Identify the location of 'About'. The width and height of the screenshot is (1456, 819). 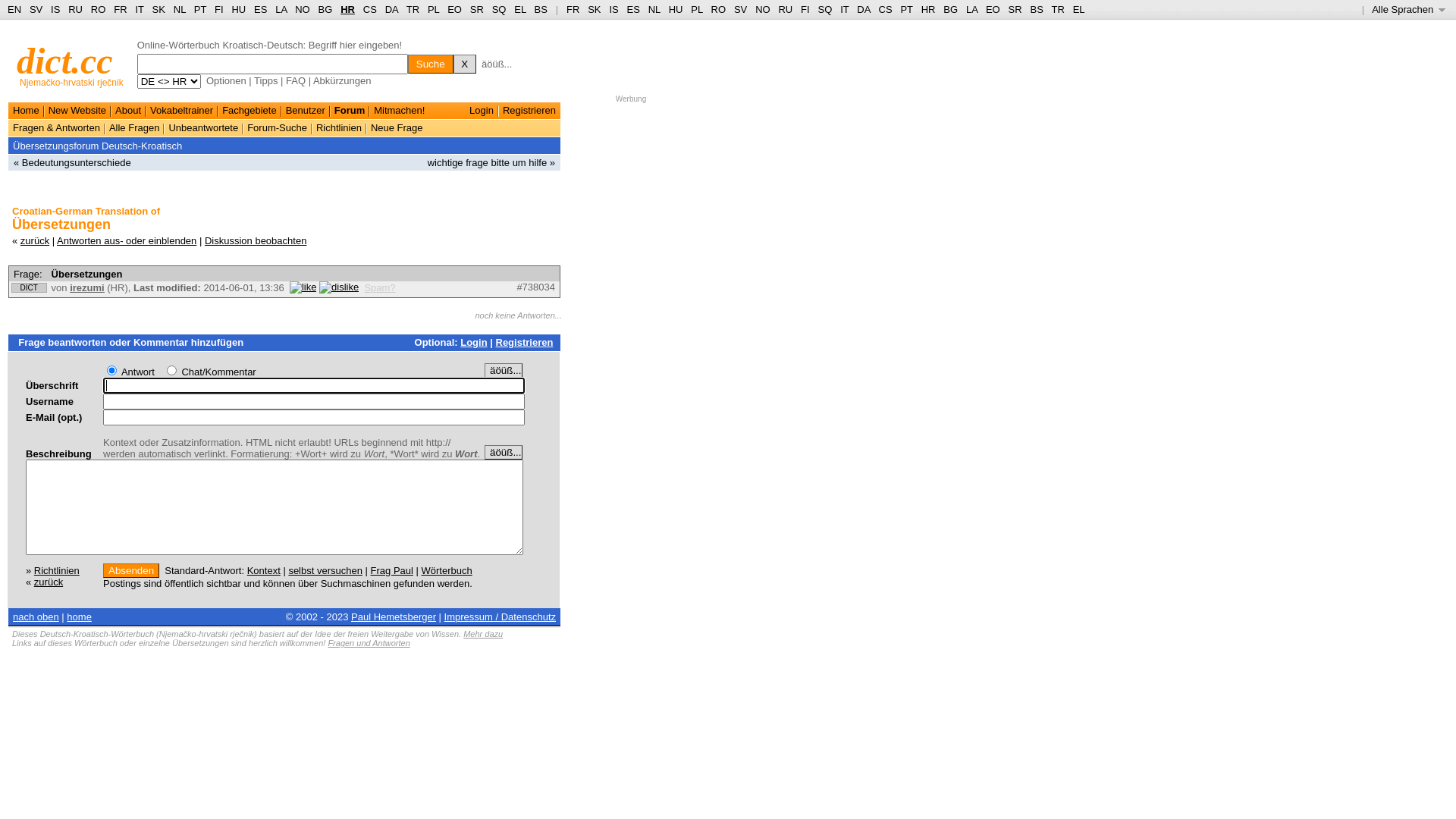
(127, 109).